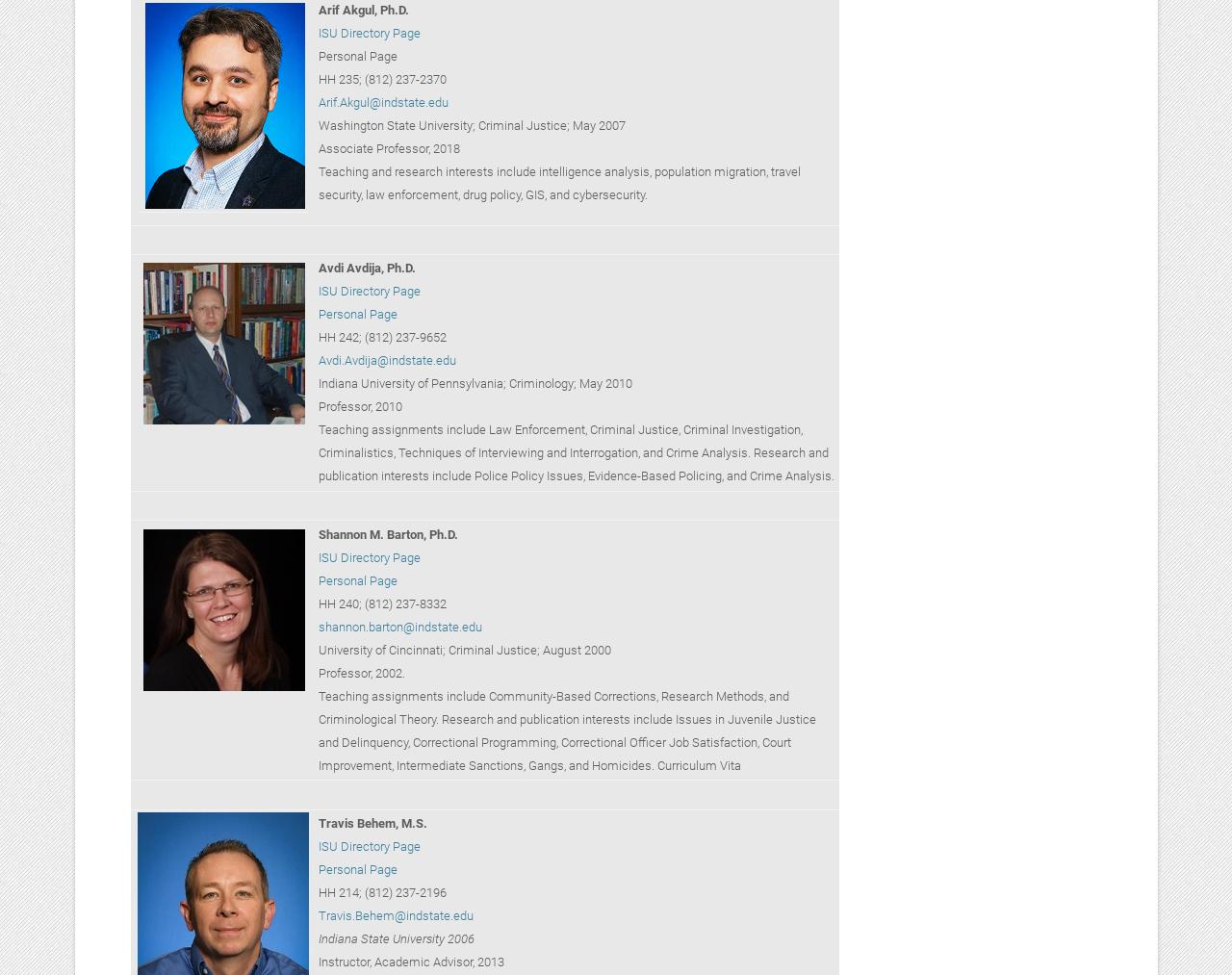 Image resolution: width=1232 pixels, height=975 pixels. Describe the element at coordinates (386, 533) in the screenshot. I see `'Shannon M. Barton, Ph.D.'` at that location.